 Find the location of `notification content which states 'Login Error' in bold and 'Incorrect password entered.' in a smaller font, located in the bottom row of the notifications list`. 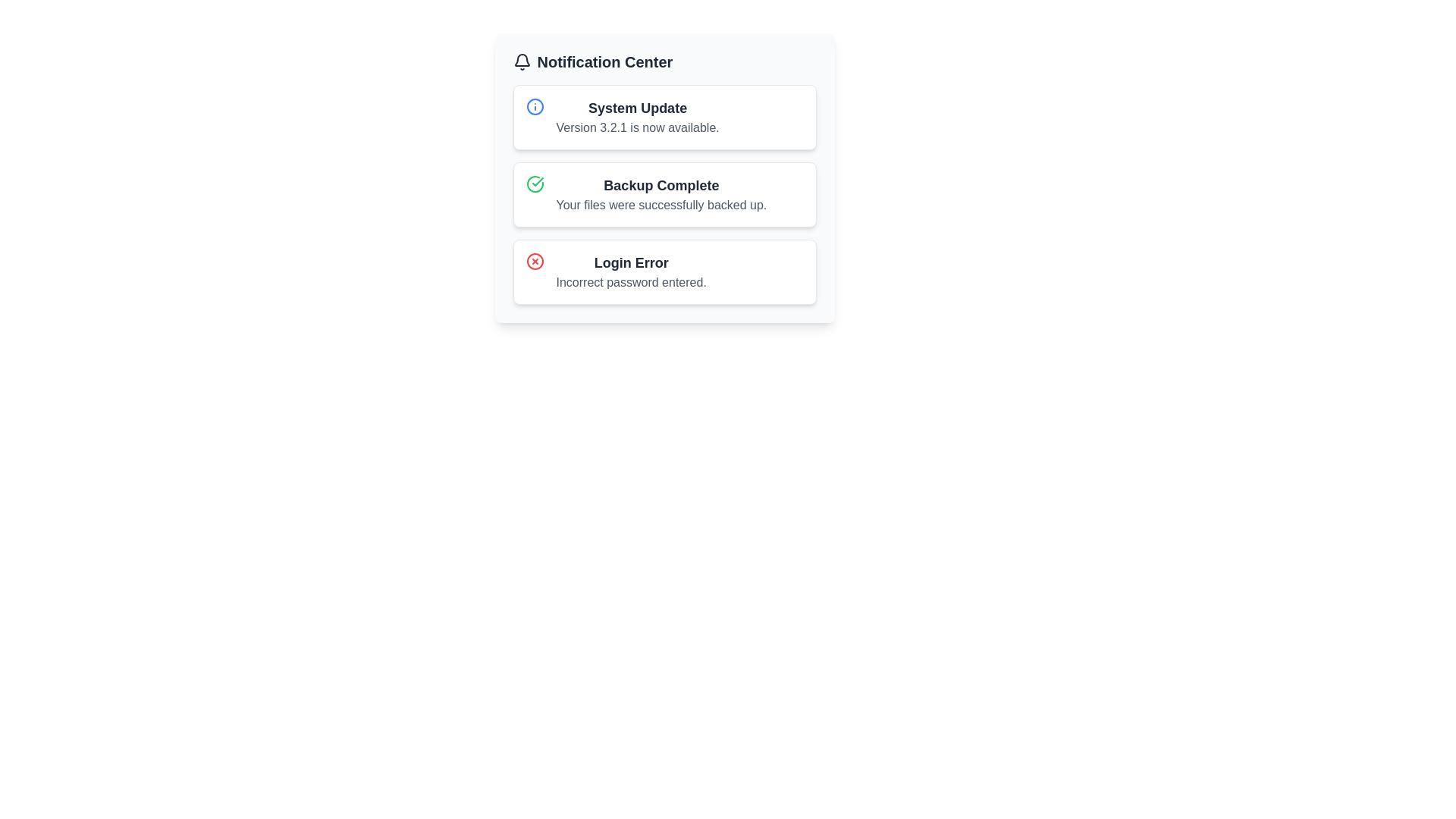

notification content which states 'Login Error' in bold and 'Incorrect password entered.' in a smaller font, located in the bottom row of the notifications list is located at coordinates (631, 271).